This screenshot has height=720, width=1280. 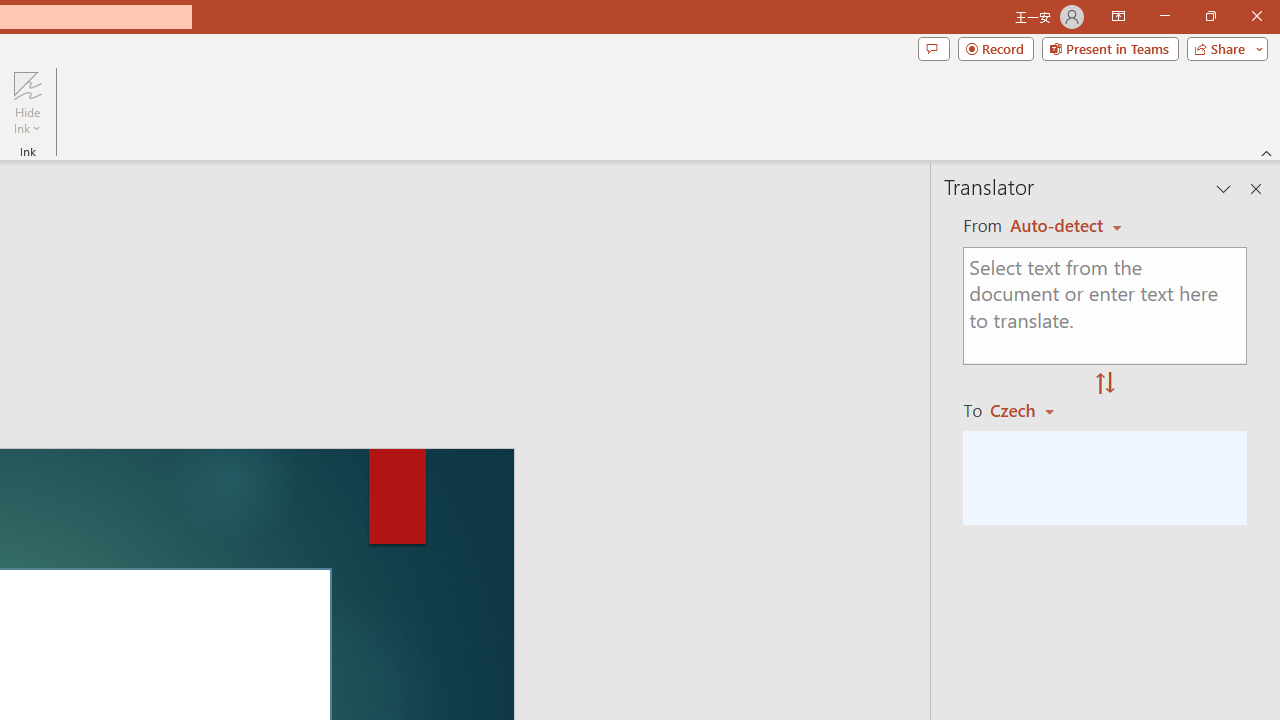 I want to click on 'Hide Ink', so click(x=27, y=103).